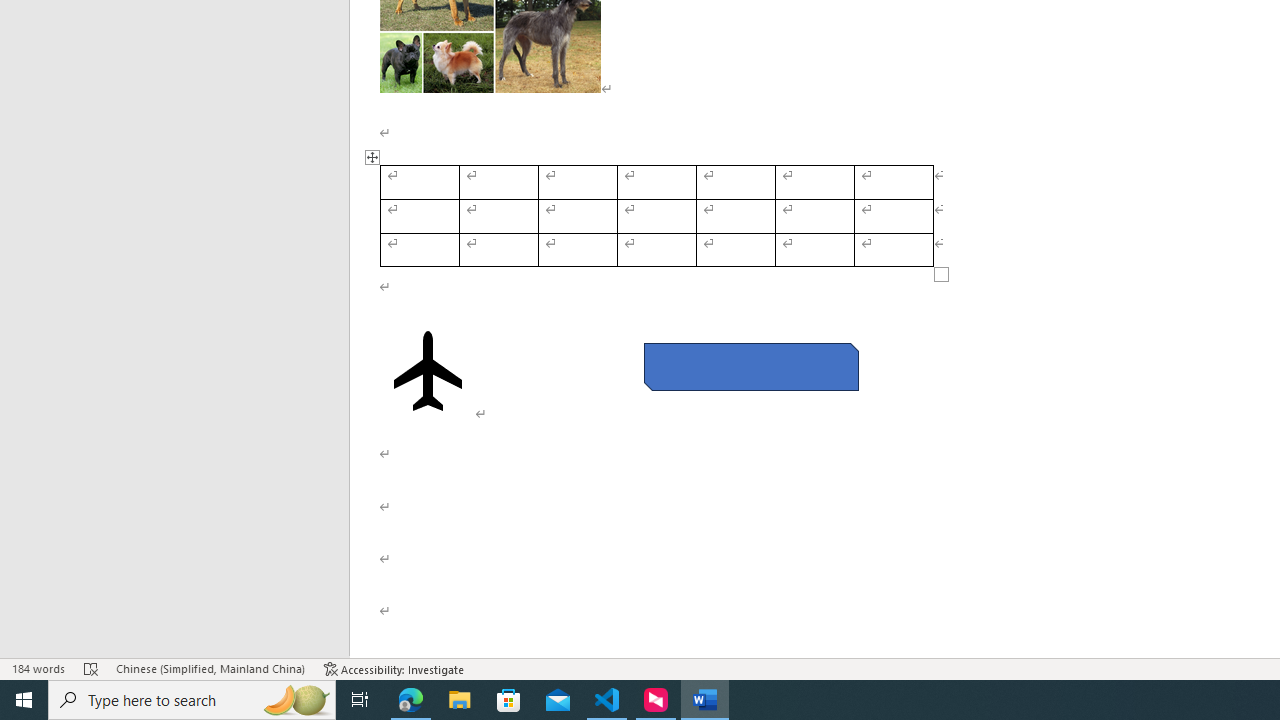  Describe the element at coordinates (427, 371) in the screenshot. I see `'Airplane with solid fill'` at that location.